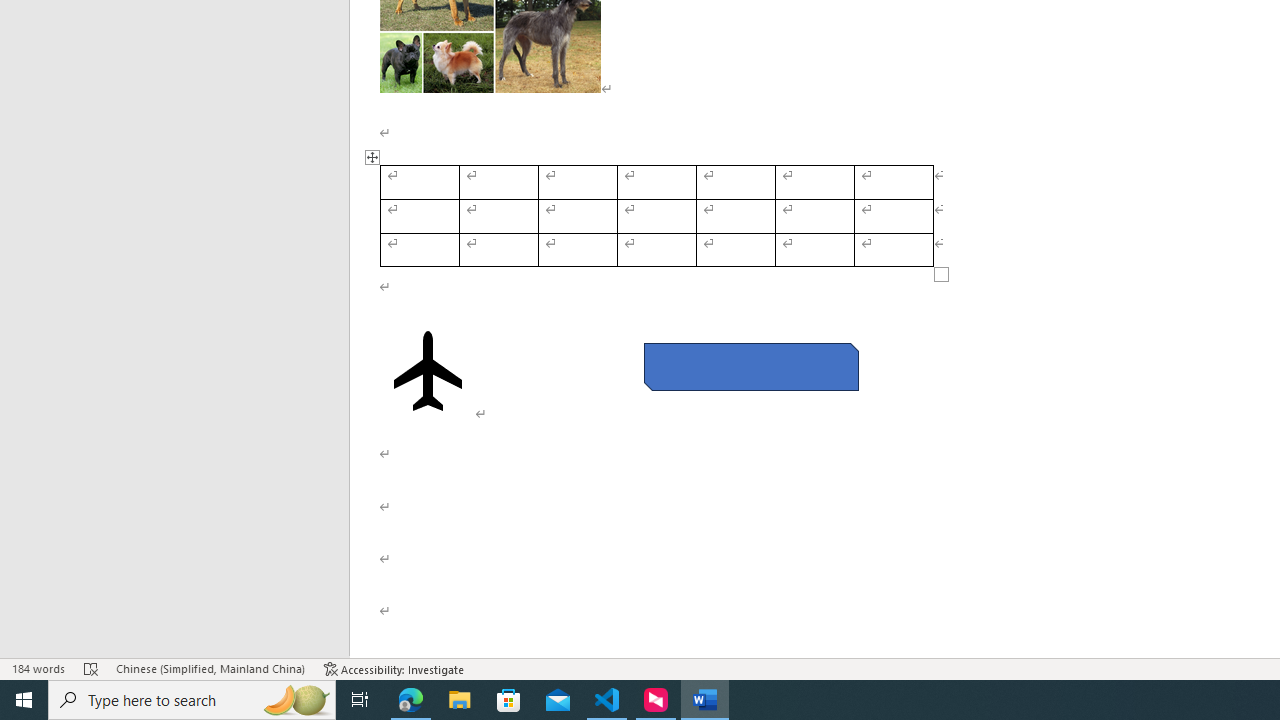  Describe the element at coordinates (427, 371) in the screenshot. I see `'Airplane with solid fill'` at that location.